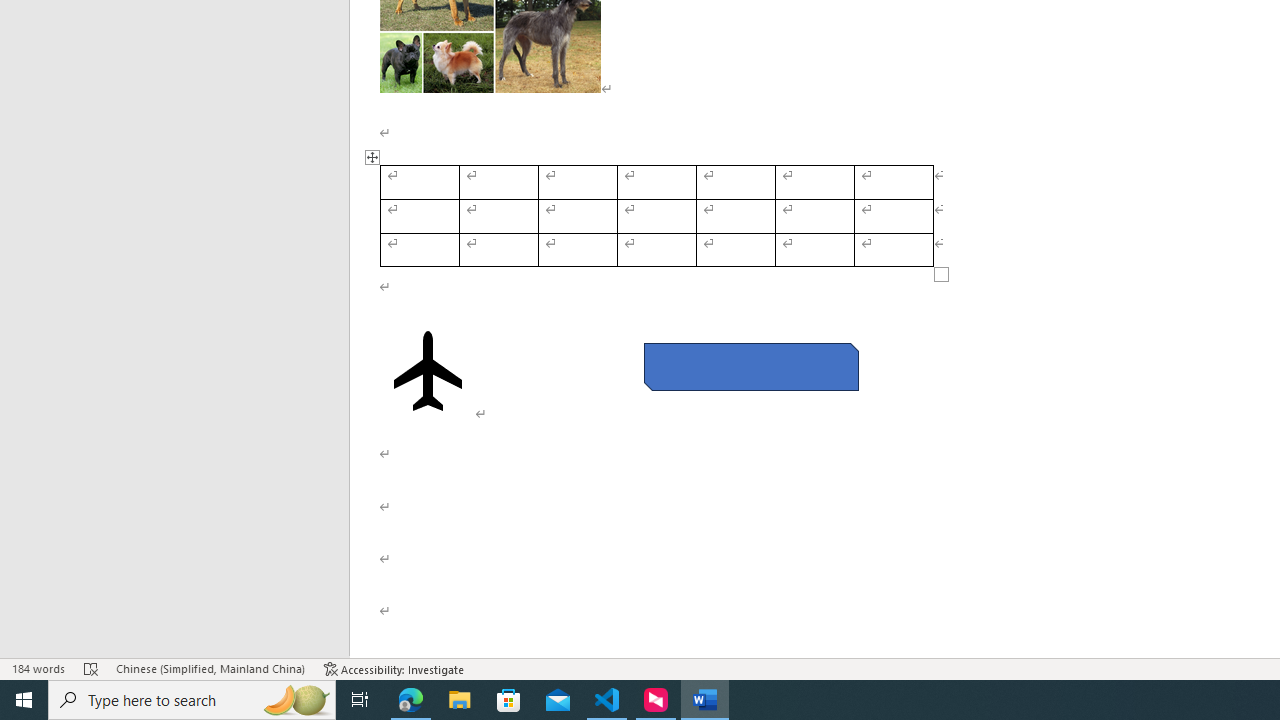  Describe the element at coordinates (427, 371) in the screenshot. I see `'Airplane with solid fill'` at that location.